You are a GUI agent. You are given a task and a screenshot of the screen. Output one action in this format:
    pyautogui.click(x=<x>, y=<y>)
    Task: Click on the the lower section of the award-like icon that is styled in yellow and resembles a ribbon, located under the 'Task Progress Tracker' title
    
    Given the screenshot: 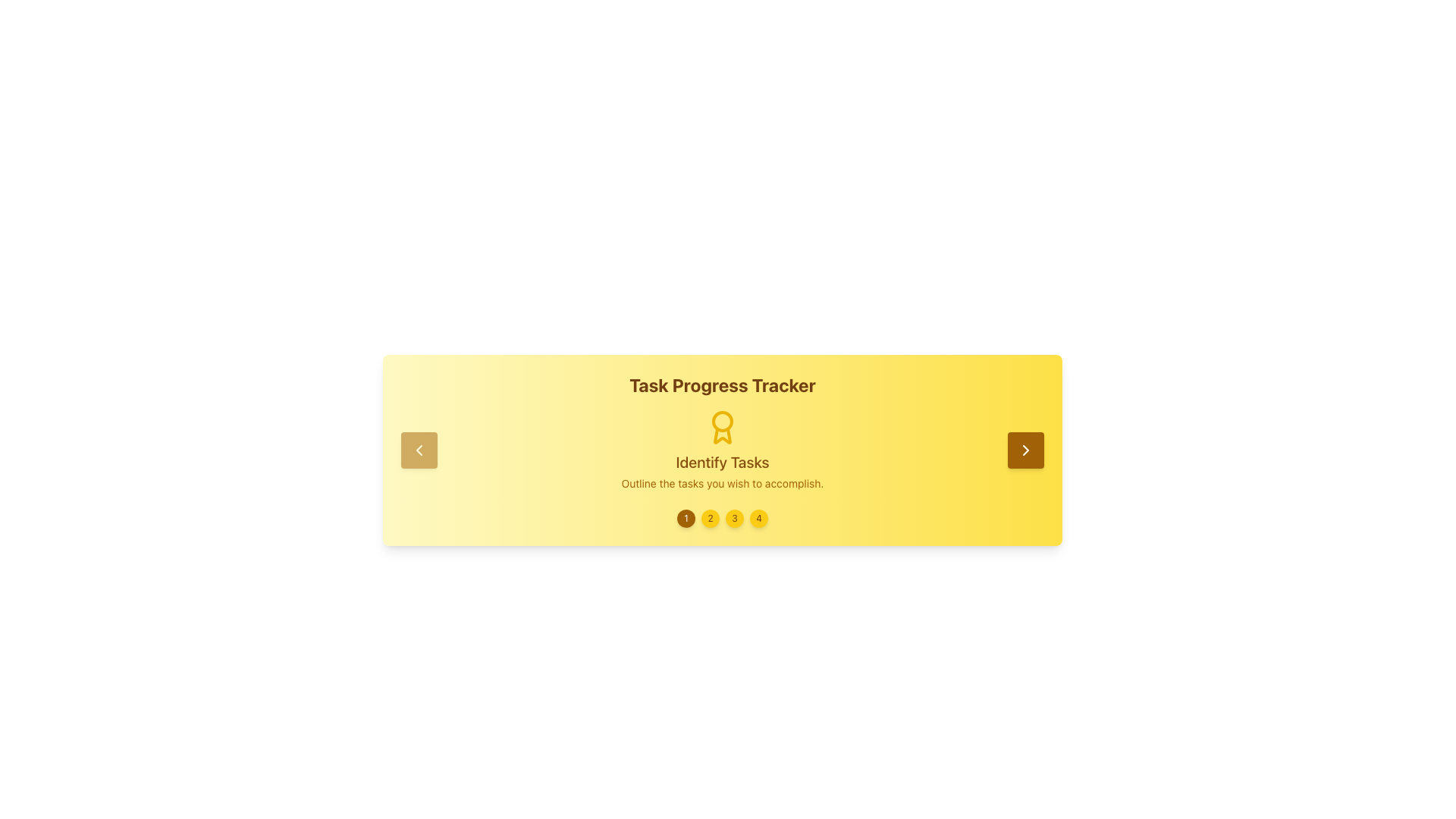 What is the action you would take?
    pyautogui.click(x=722, y=435)
    